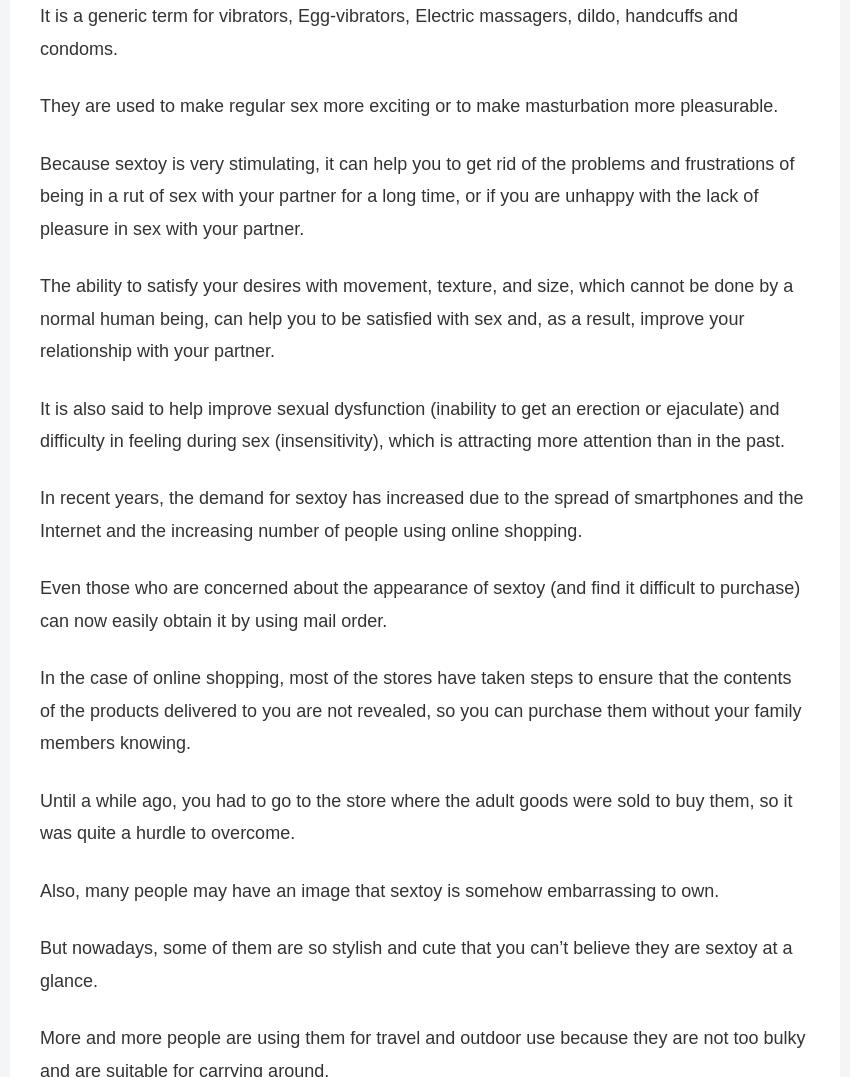 This screenshot has width=850, height=1077. I want to click on 'In the case of online shopping, most of the stores have taken steps to ensure that the contents of the products delivered to you are not revealed, so you can purchase them without your family members knowing.', so click(39, 710).